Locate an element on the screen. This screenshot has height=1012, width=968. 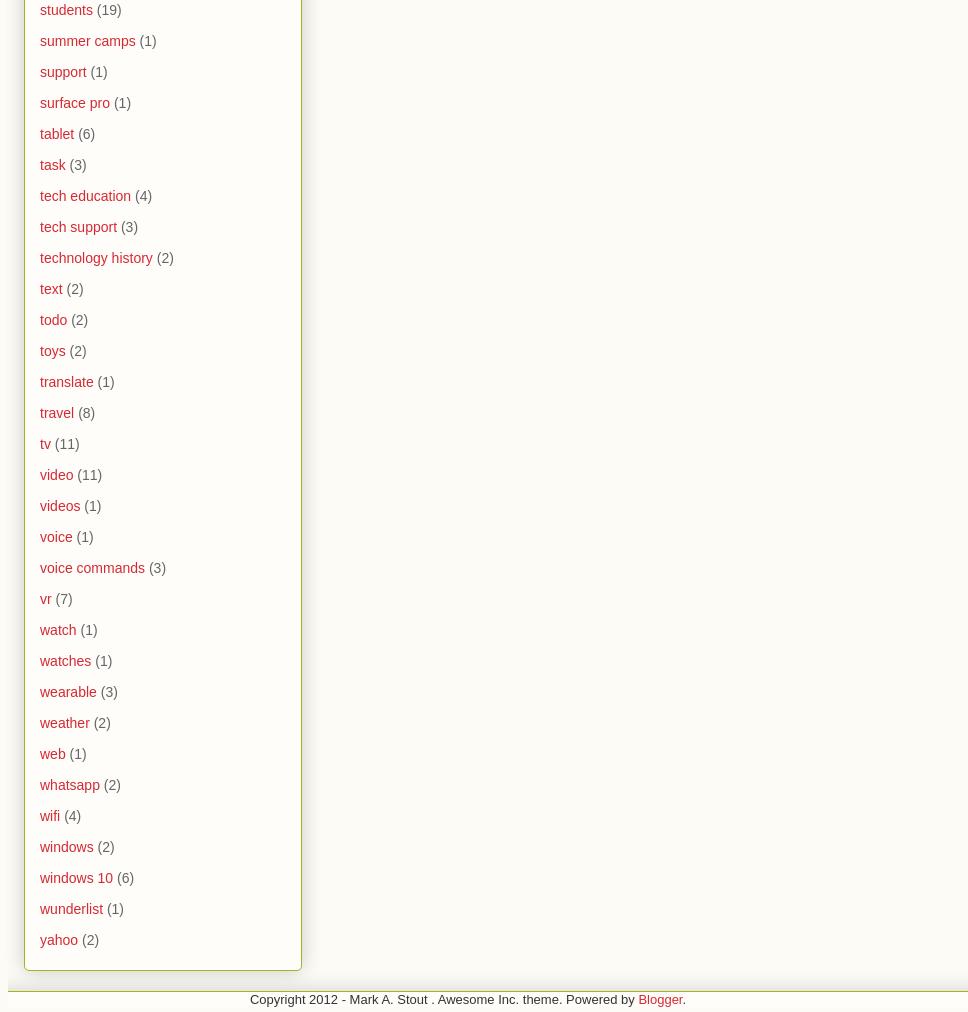
'(8)' is located at coordinates (77, 412).